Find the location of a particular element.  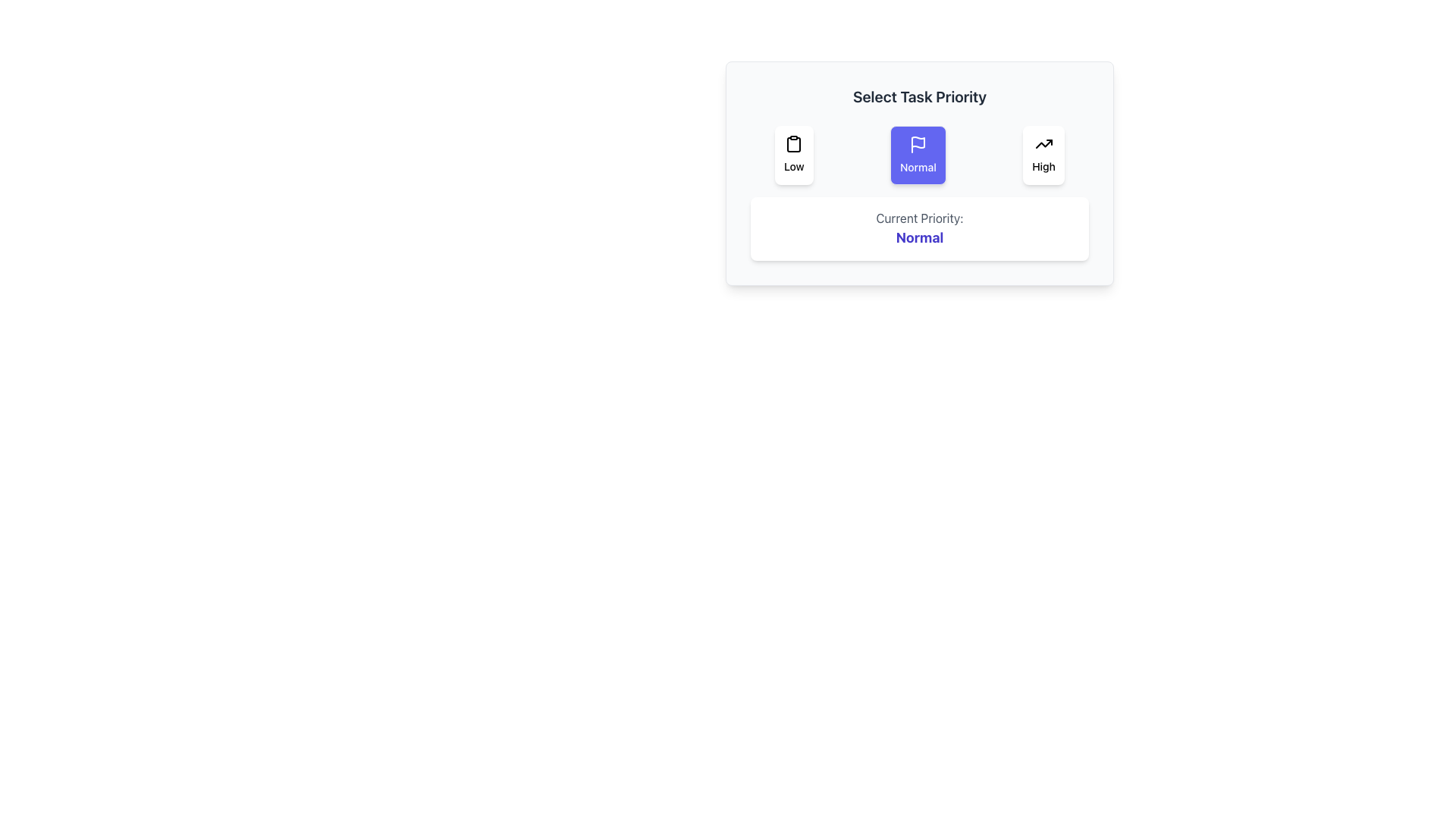

the third button from the left in the horizontal row, which has a white background, rounded corners, and contains an upward trending line icon with the text 'High' below it is located at coordinates (1043, 155).